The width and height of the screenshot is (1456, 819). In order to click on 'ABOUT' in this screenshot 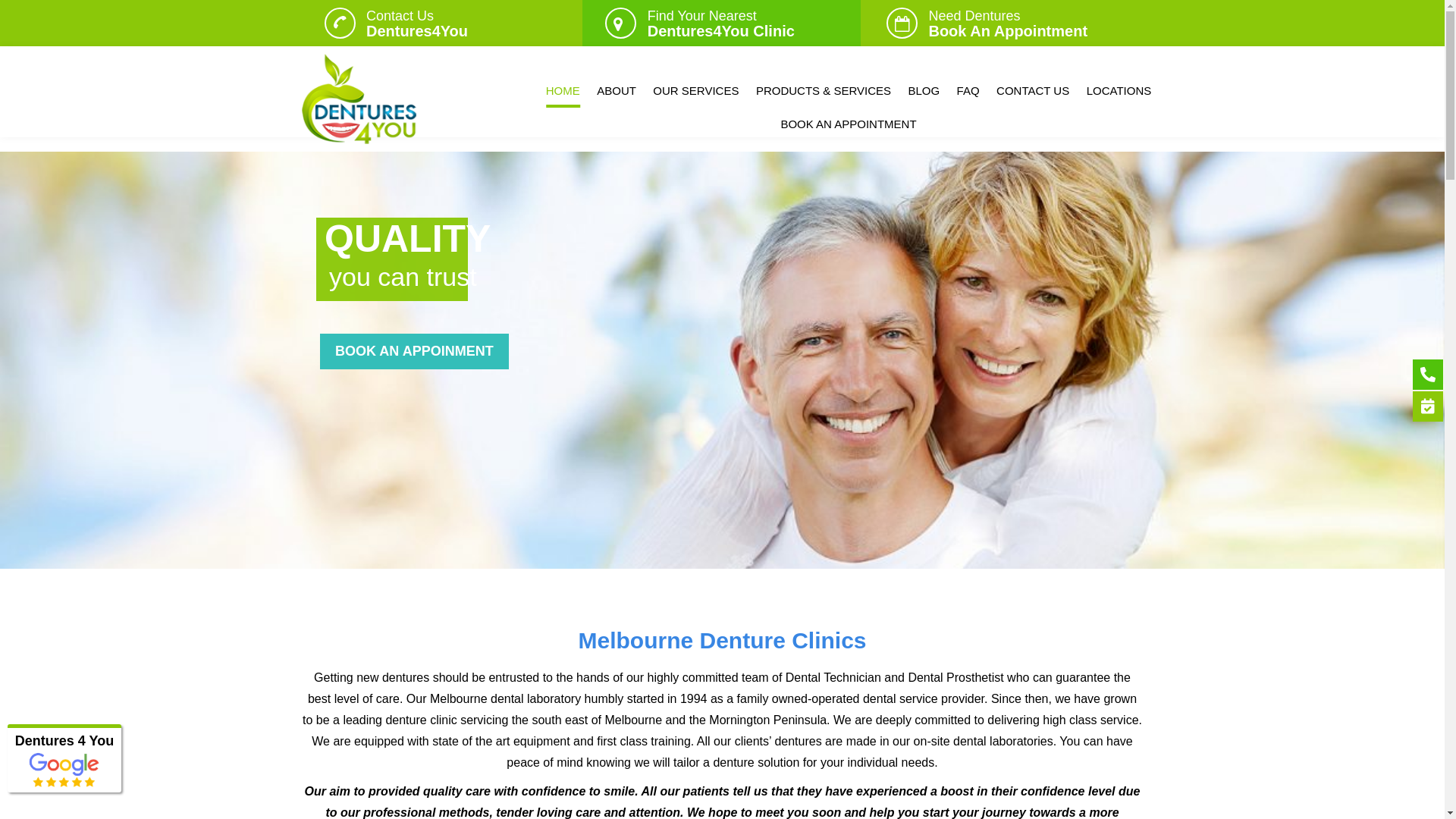, I will do `click(616, 90)`.